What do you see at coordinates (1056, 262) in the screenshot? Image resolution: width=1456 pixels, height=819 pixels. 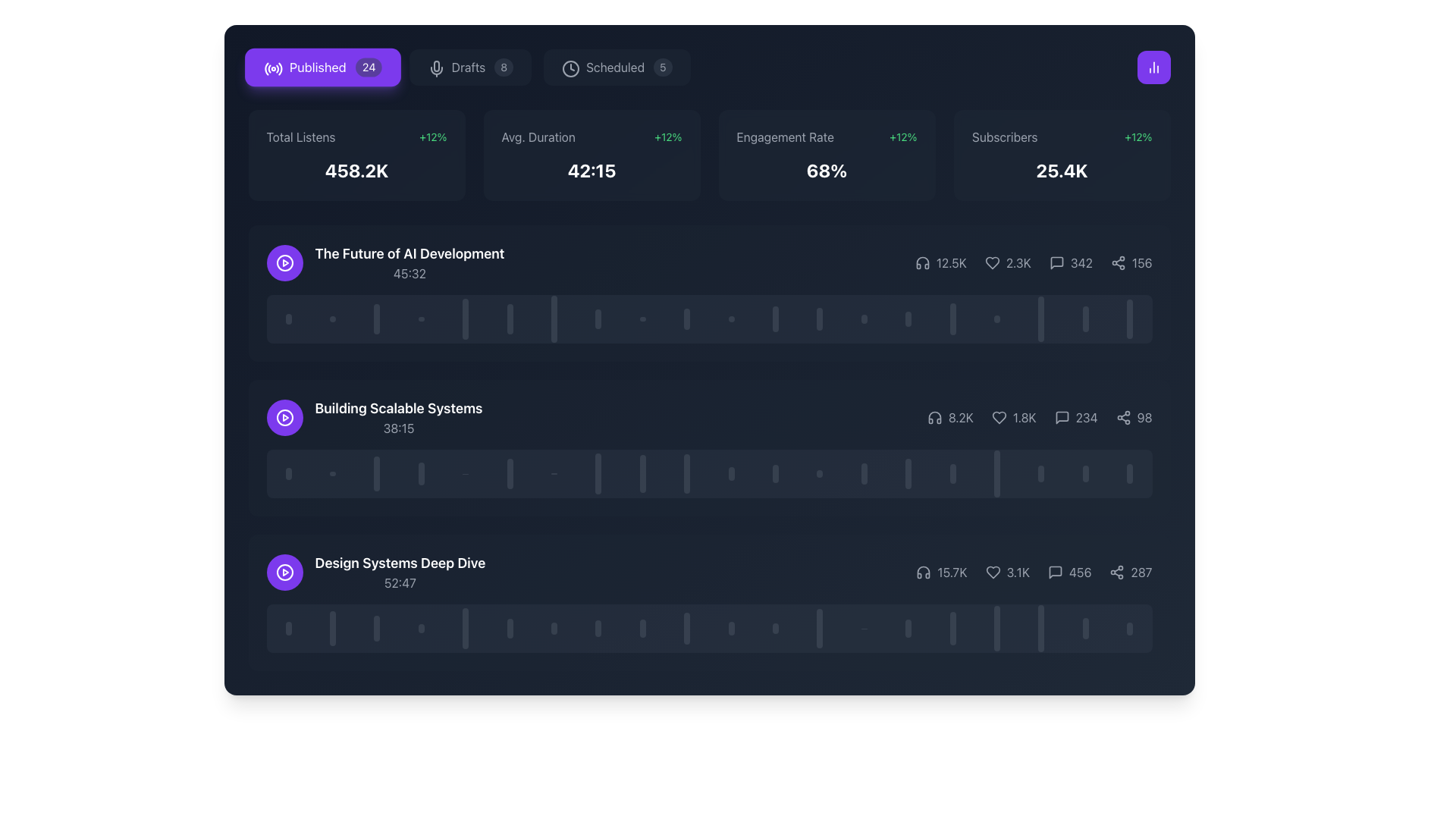 I see `the comment icon, which is a gray square speech bubble with rounded corners located next to the number '342'` at bounding box center [1056, 262].